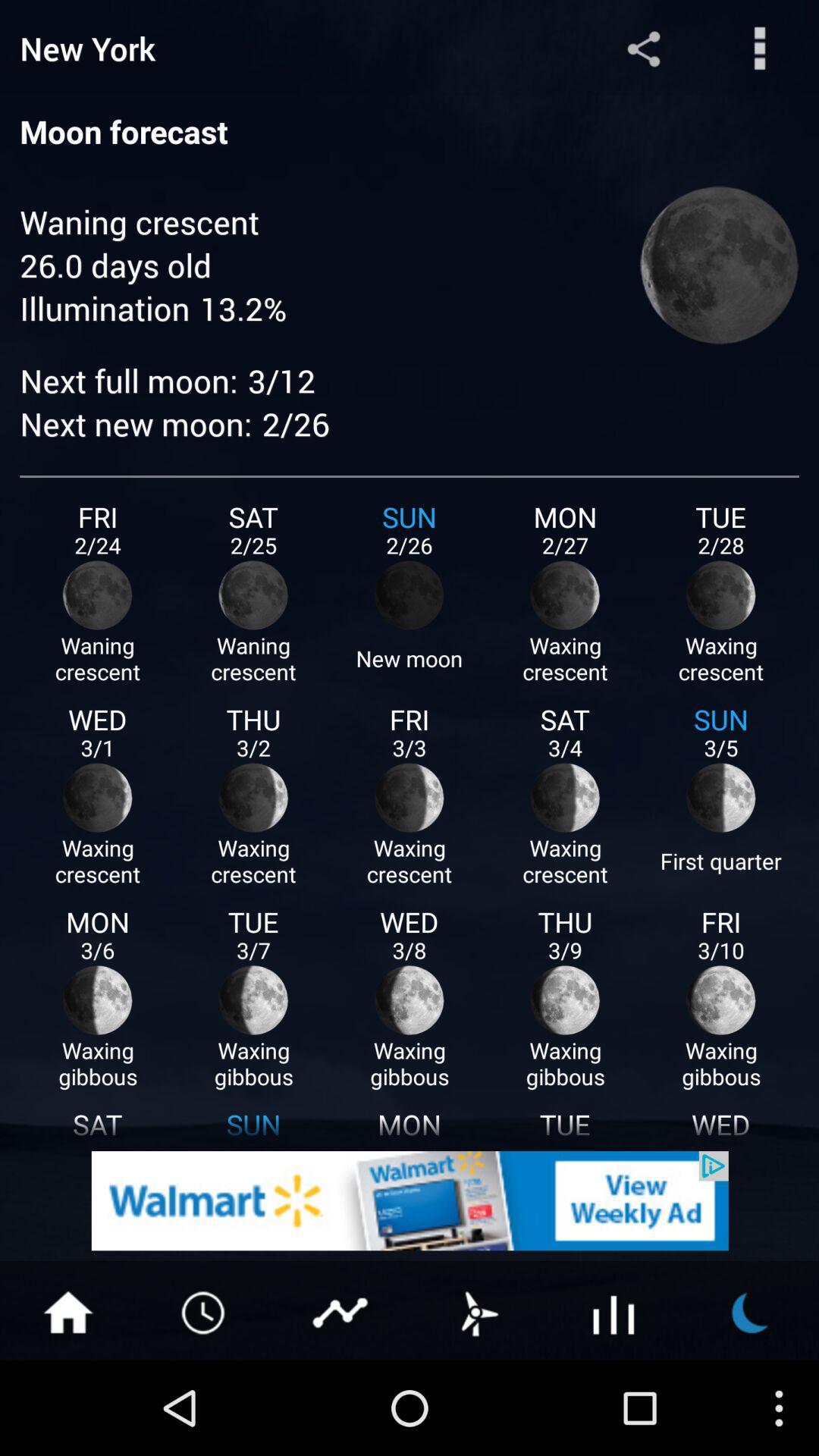 The width and height of the screenshot is (819, 1456). What do you see at coordinates (760, 48) in the screenshot?
I see `explore settings` at bounding box center [760, 48].